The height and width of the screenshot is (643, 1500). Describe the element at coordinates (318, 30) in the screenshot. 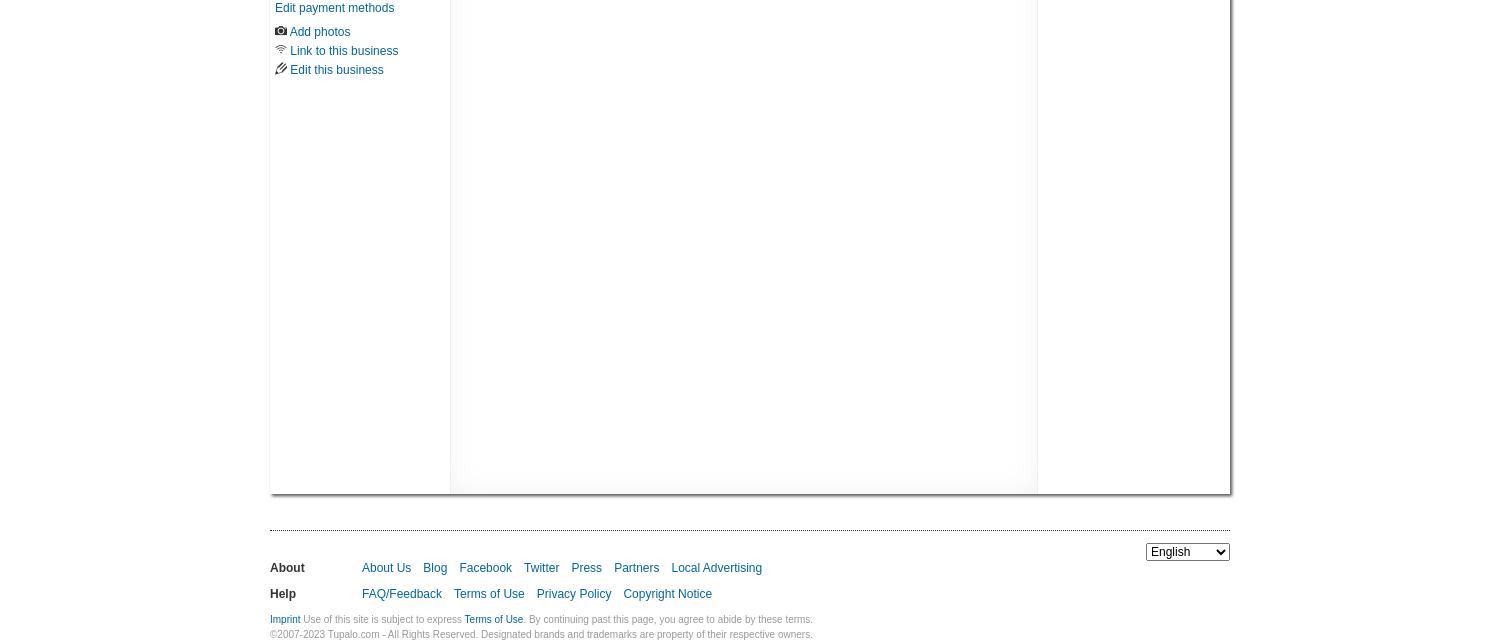

I see `'Add photos'` at that location.